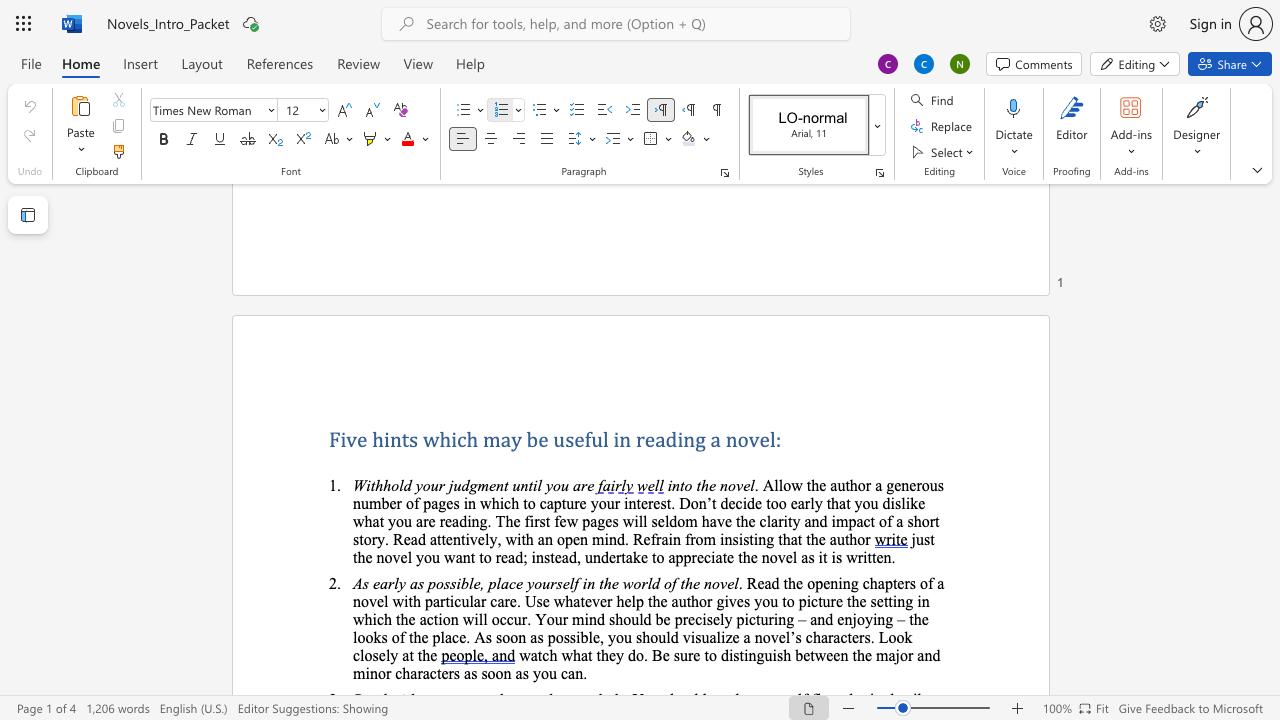 This screenshot has height=720, width=1280. What do you see at coordinates (412, 583) in the screenshot?
I see `the 2th character "a" in the text` at bounding box center [412, 583].